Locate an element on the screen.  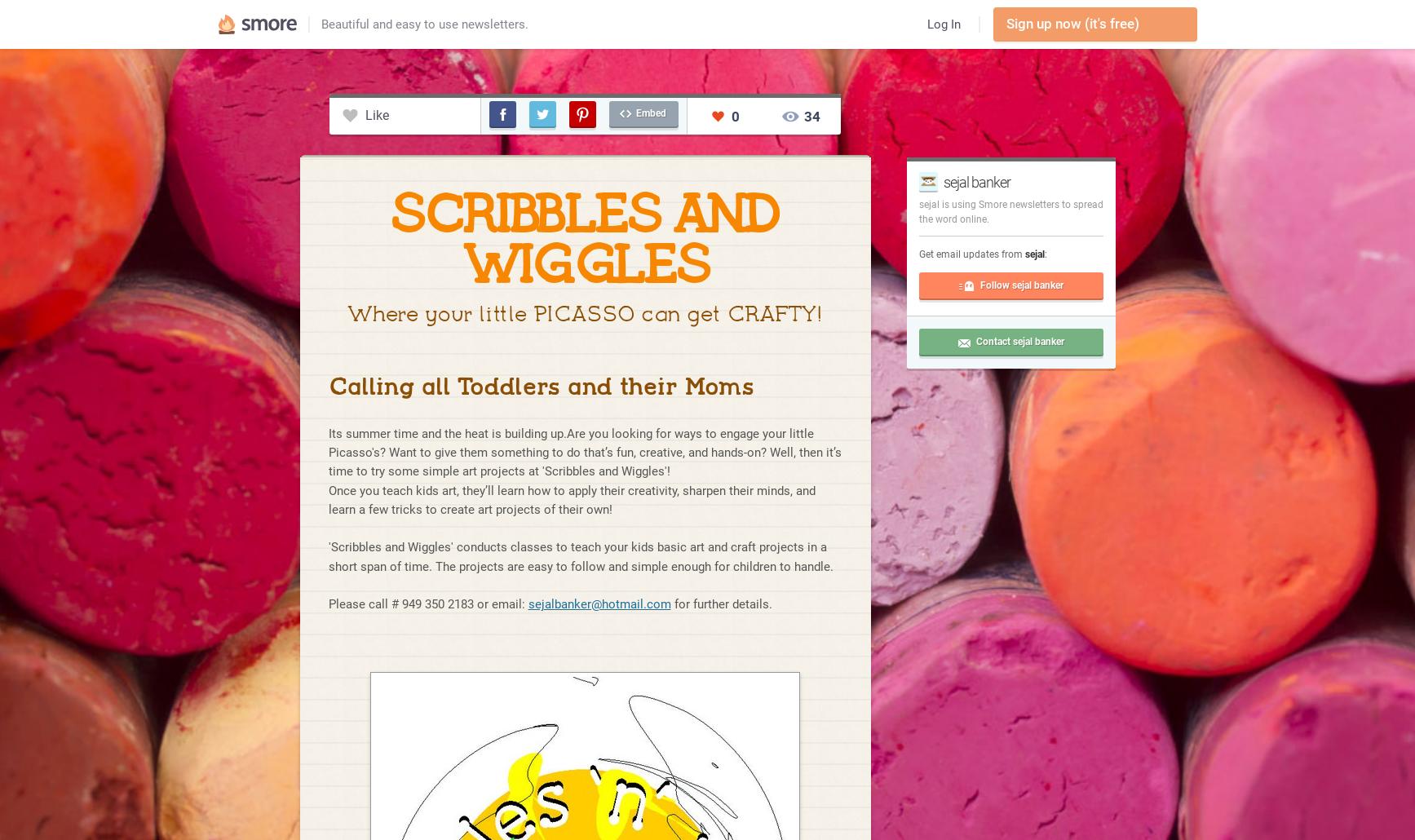
'Log In' is located at coordinates (942, 24).